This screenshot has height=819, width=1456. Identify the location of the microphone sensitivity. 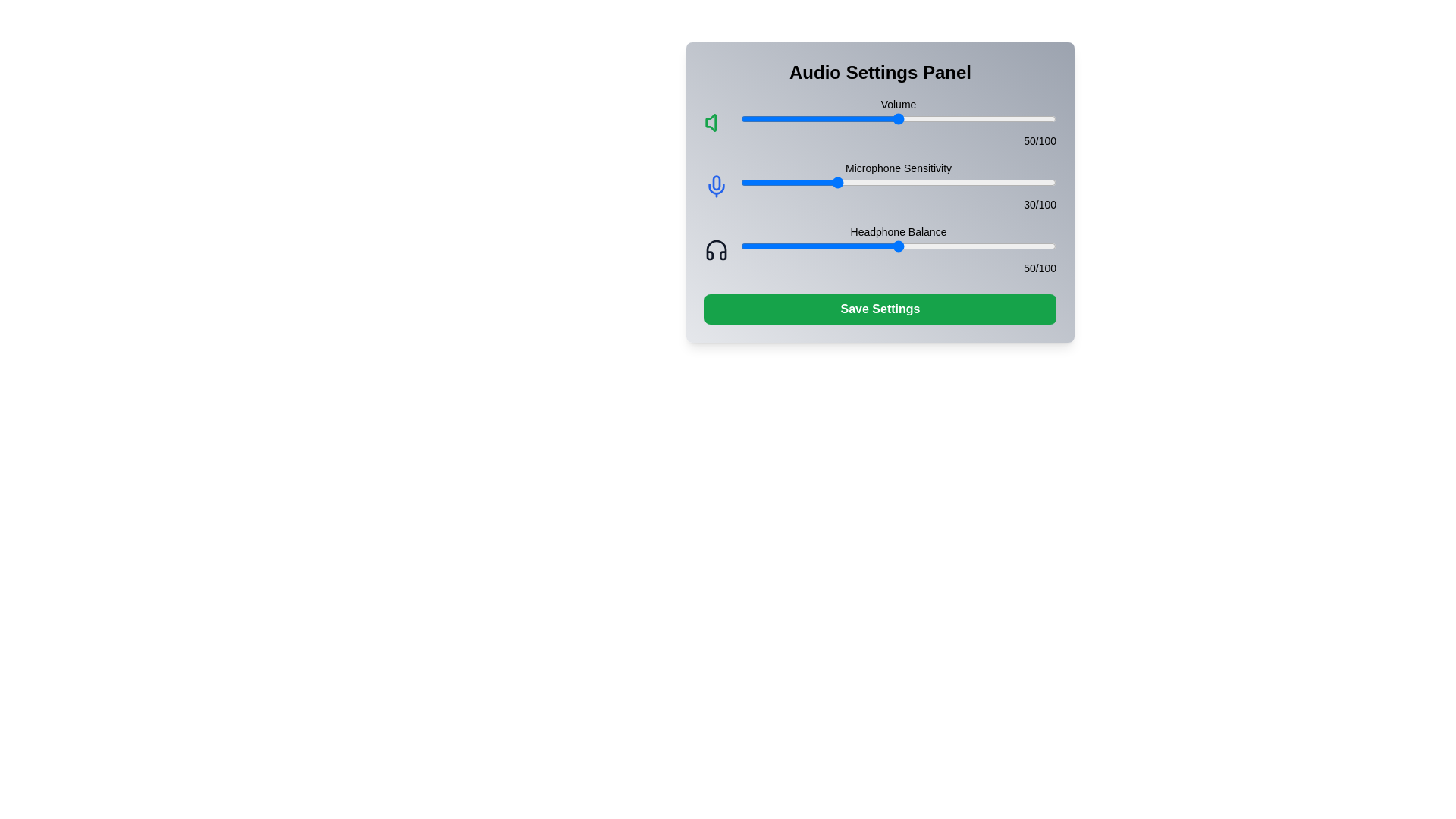
(815, 181).